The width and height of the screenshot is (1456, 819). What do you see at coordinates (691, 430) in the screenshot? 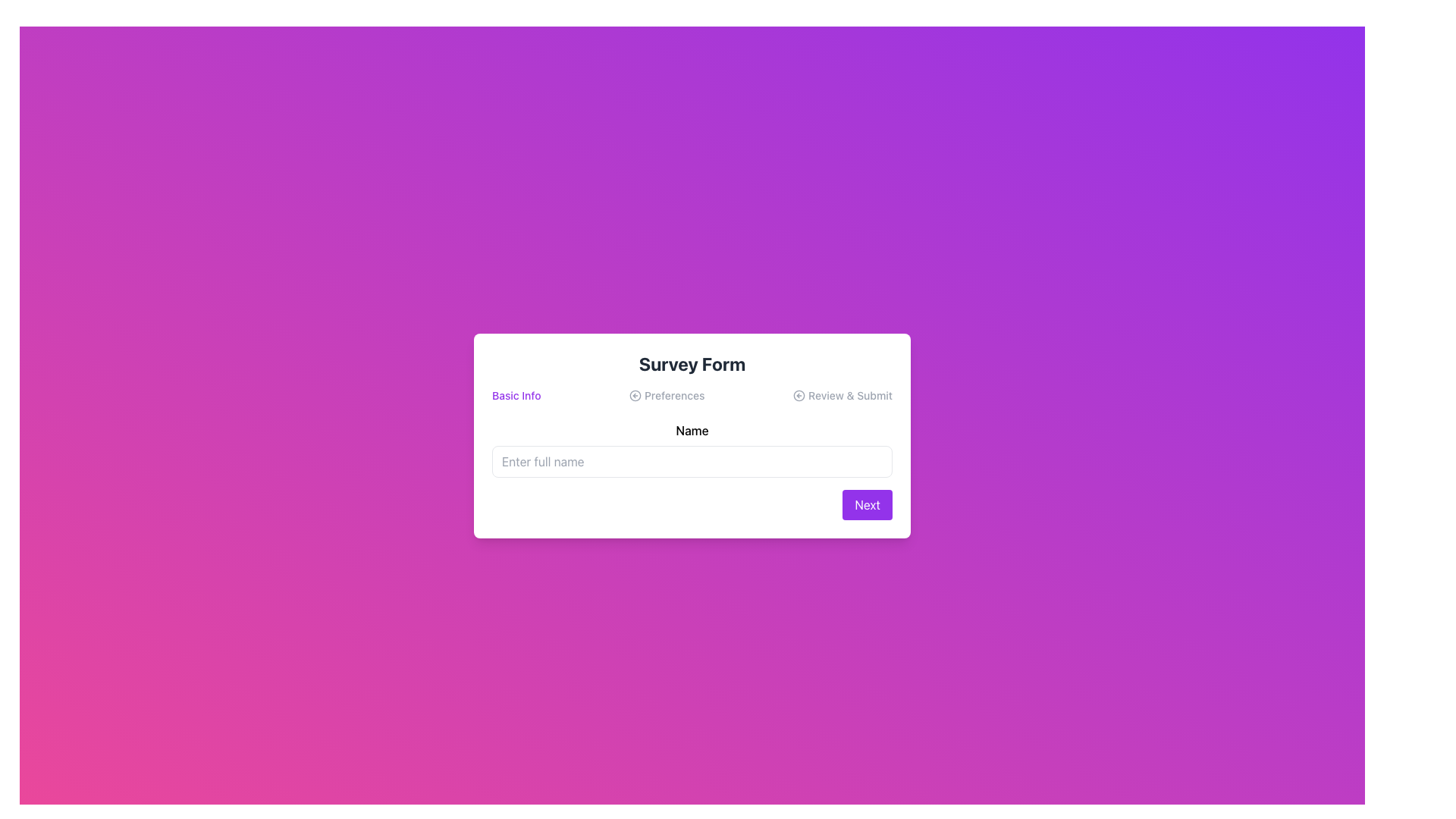
I see `the 'Name' text label, which is centrally aligned above the text input field in the card-like UI component` at bounding box center [691, 430].